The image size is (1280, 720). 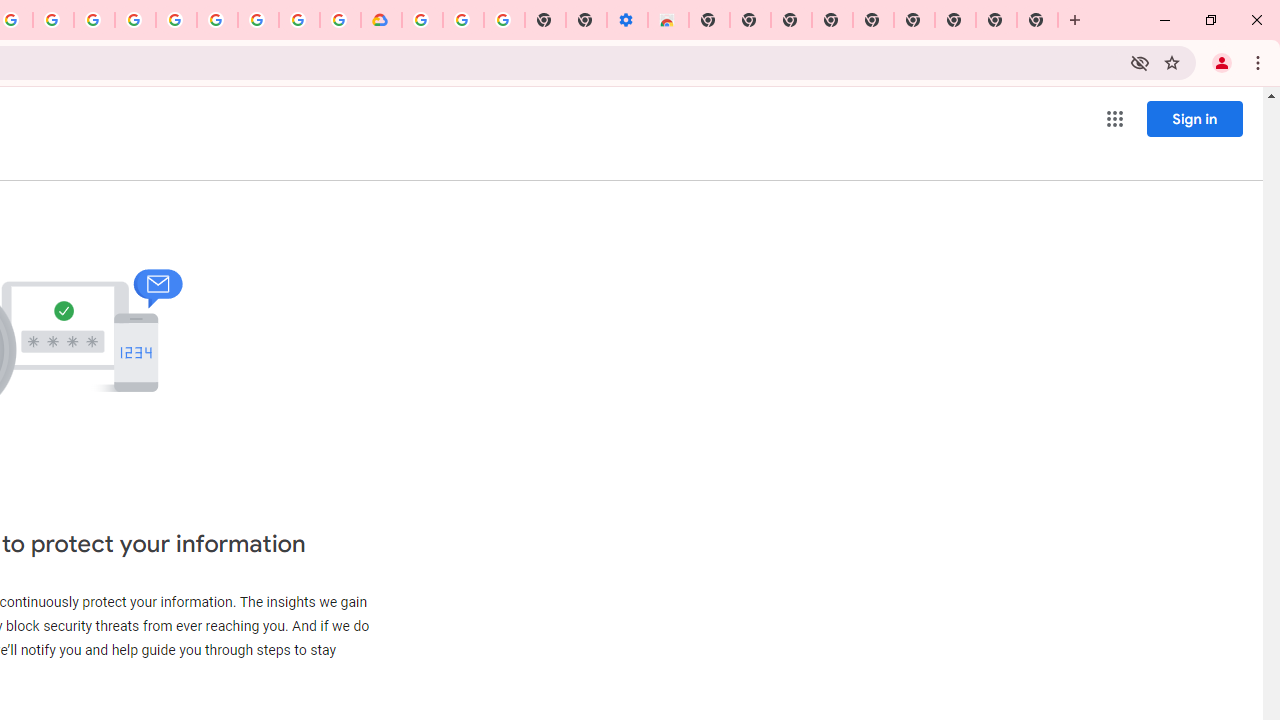 I want to click on 'Ad Settings', so click(x=134, y=20).